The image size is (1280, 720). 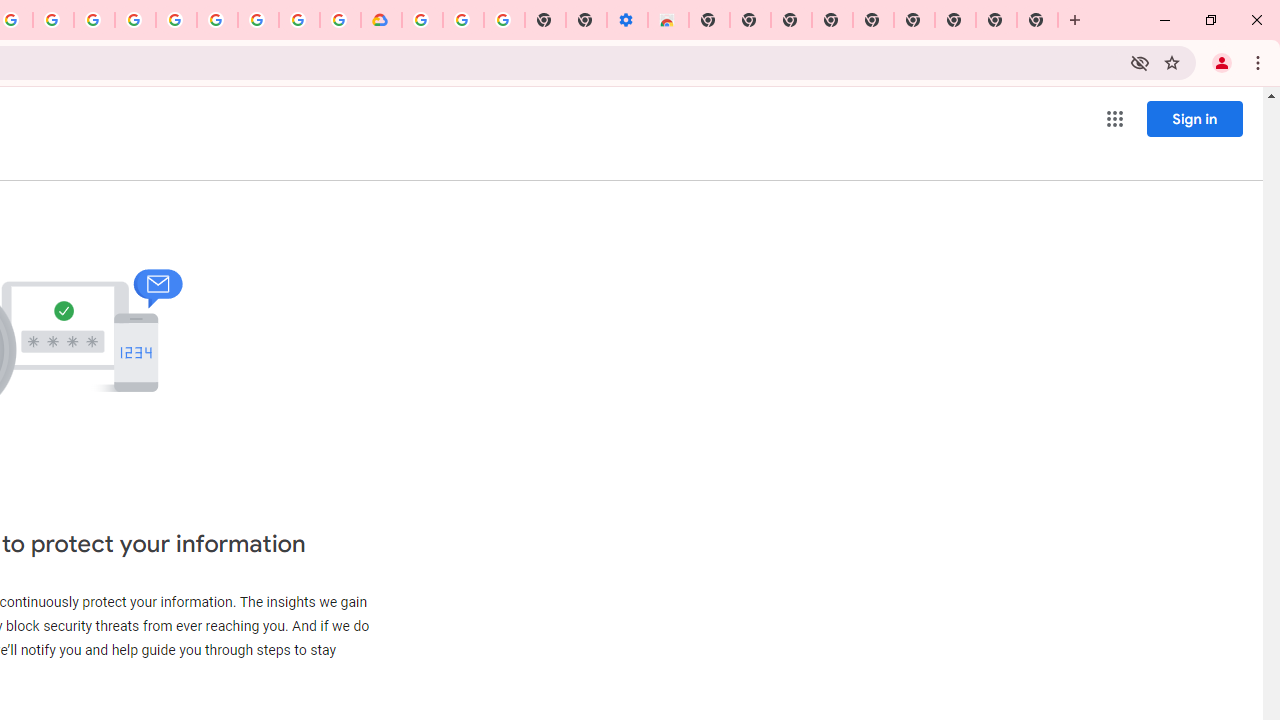 I want to click on 'Ad Settings', so click(x=134, y=20).